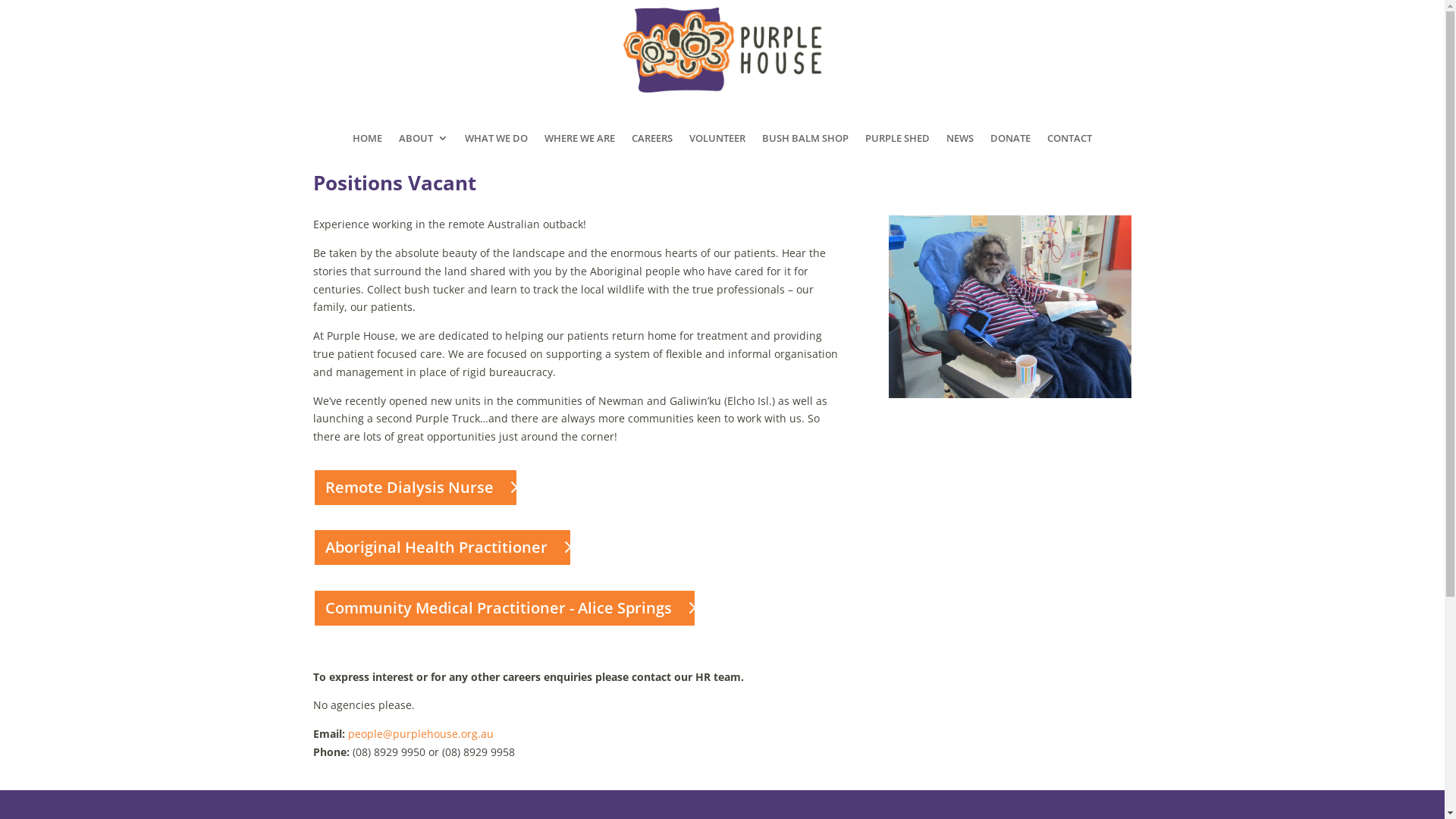 This screenshot has width=1456, height=819. I want to click on 'Remote Dialysis Nurse', so click(415, 488).